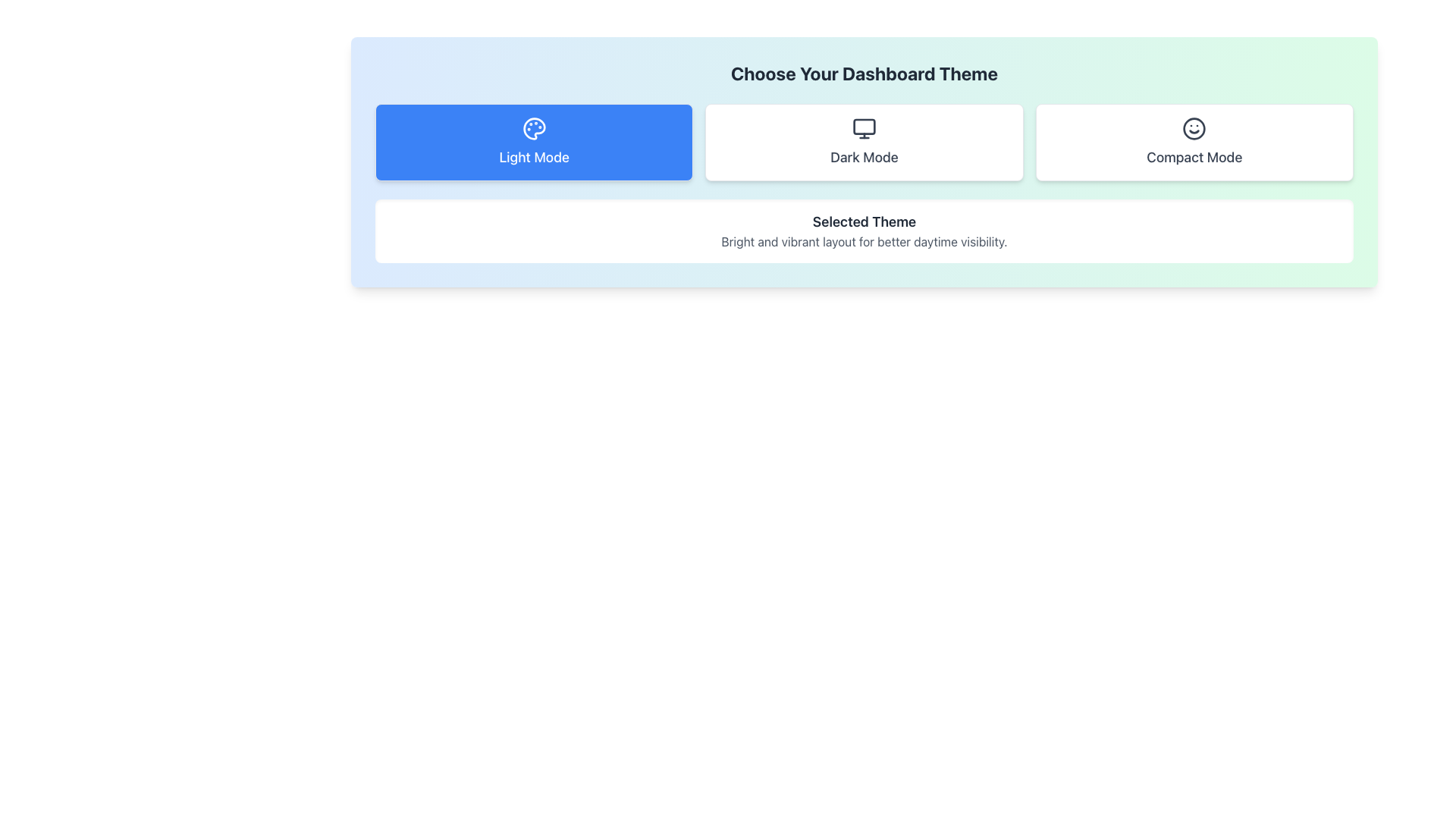  What do you see at coordinates (864, 143) in the screenshot?
I see `the 'Dark Mode' button located in the middle column of the three-column layout` at bounding box center [864, 143].